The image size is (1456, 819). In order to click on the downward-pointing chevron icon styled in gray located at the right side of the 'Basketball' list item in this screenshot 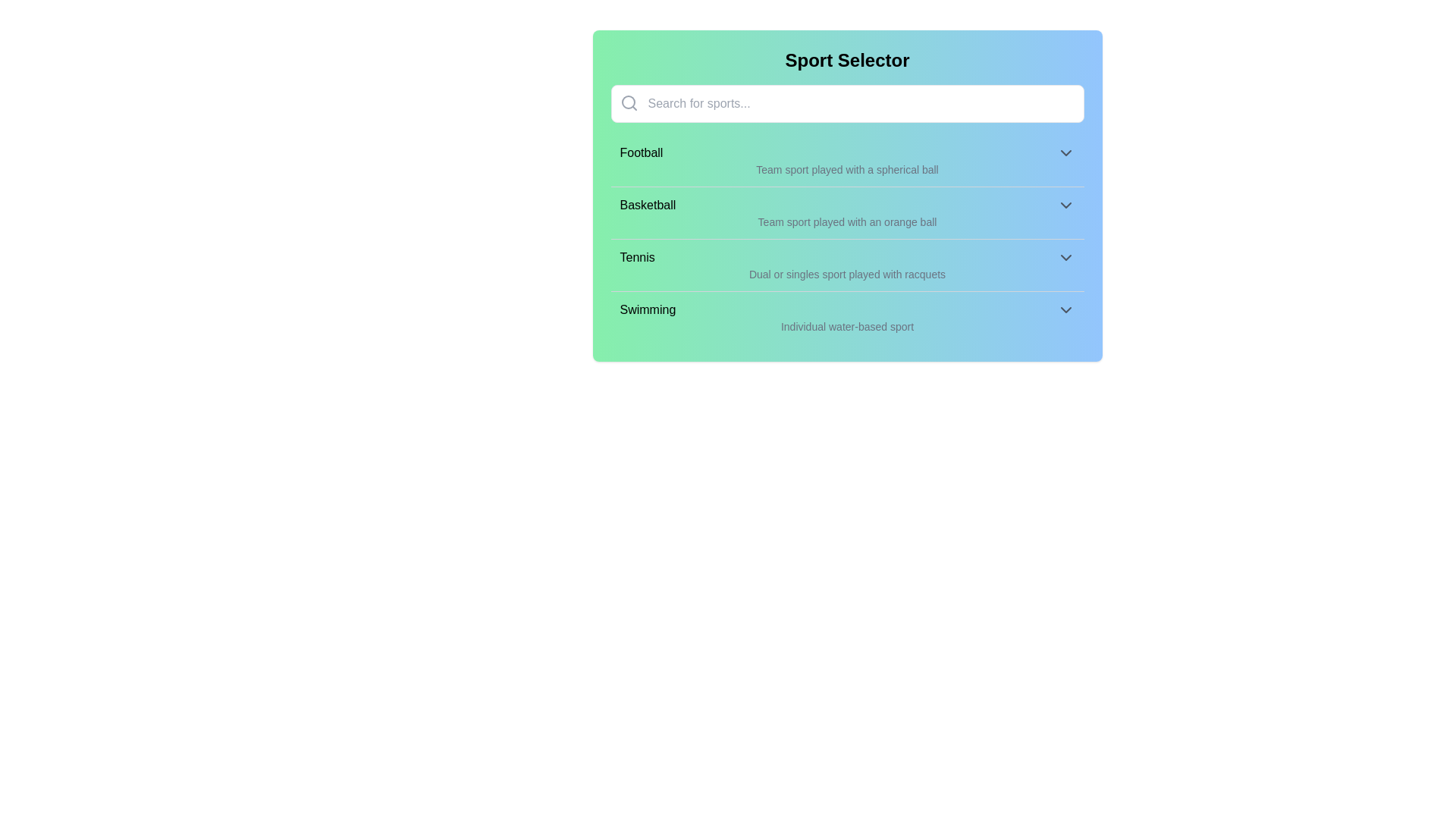, I will do `click(1065, 205)`.